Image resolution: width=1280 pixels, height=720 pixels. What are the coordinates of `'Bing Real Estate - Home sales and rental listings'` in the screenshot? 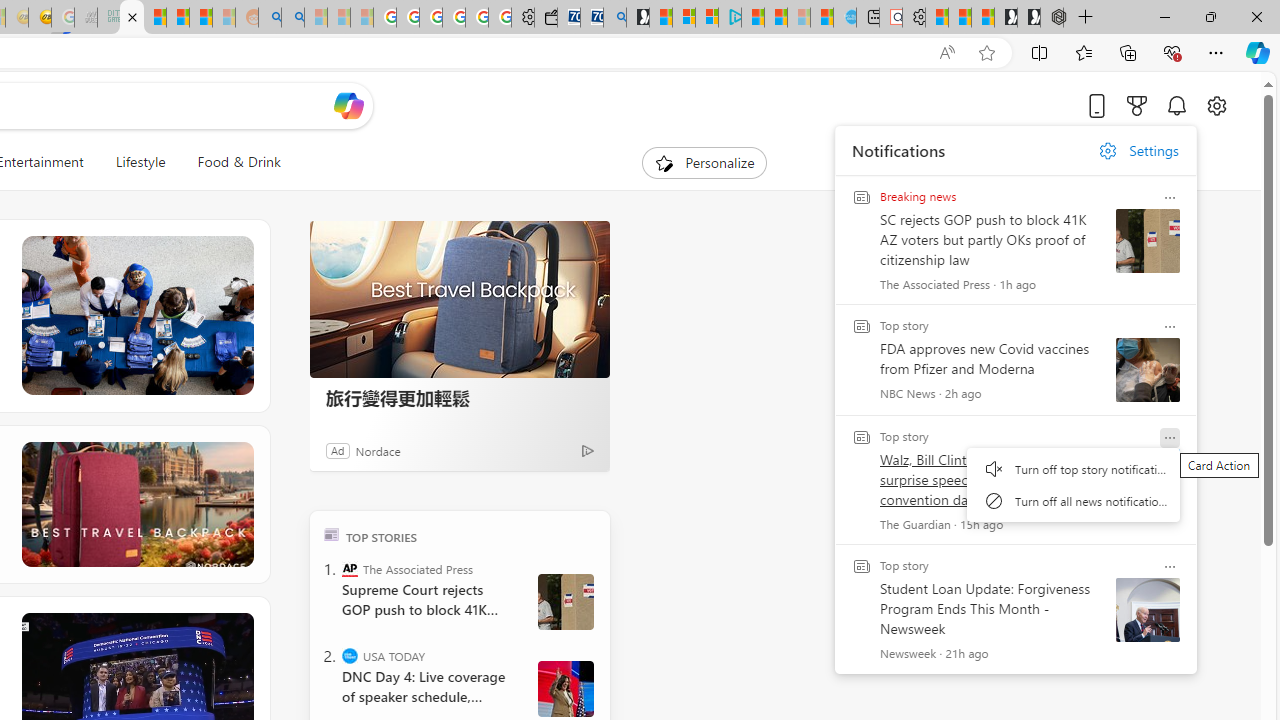 It's located at (614, 17).